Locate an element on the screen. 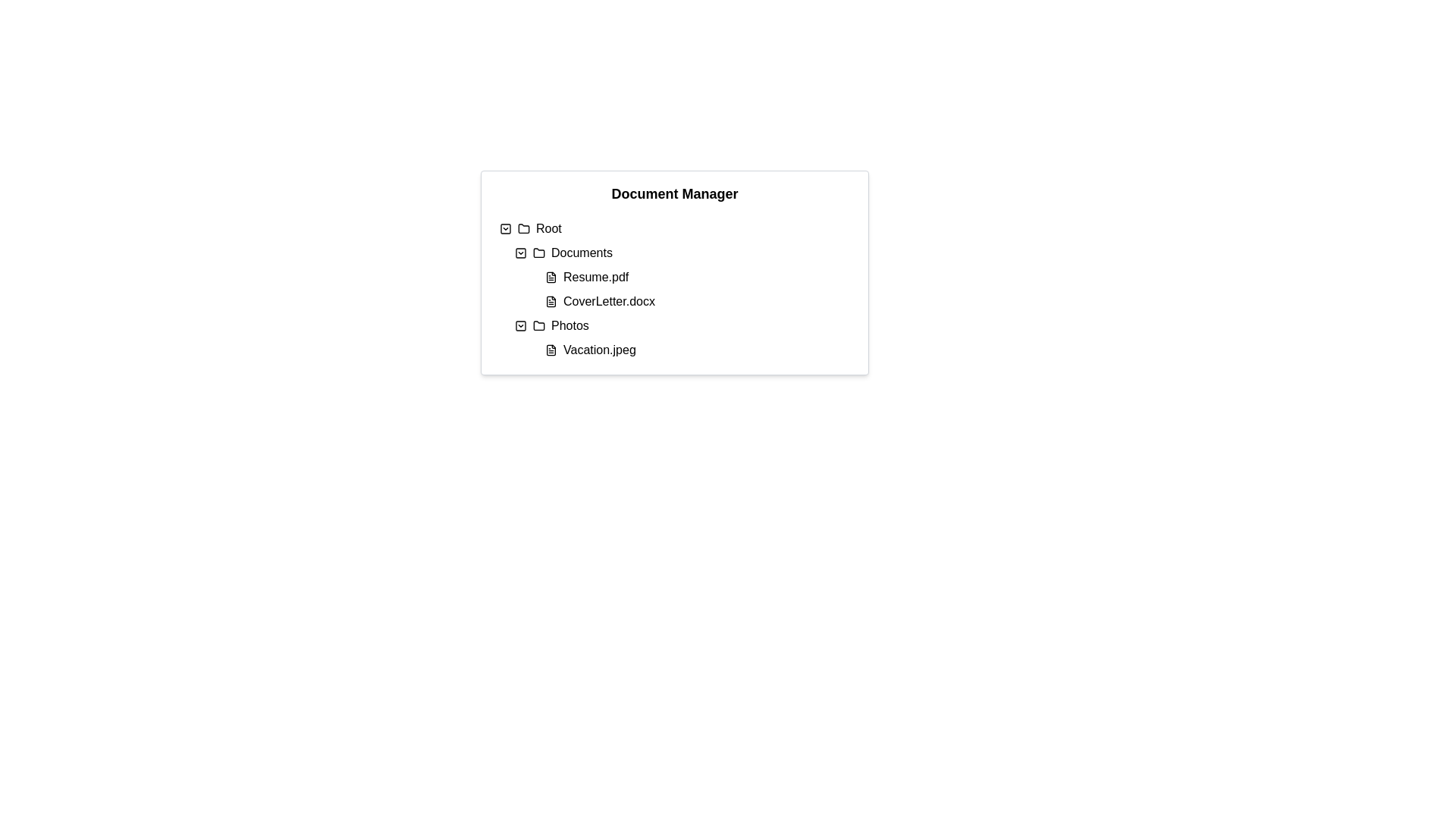 The height and width of the screenshot is (819, 1456). the file-type indicator icon for 'Resume.pdf', which is positioned to the left of the text and located below the 'Documents' folder heading is located at coordinates (550, 278).